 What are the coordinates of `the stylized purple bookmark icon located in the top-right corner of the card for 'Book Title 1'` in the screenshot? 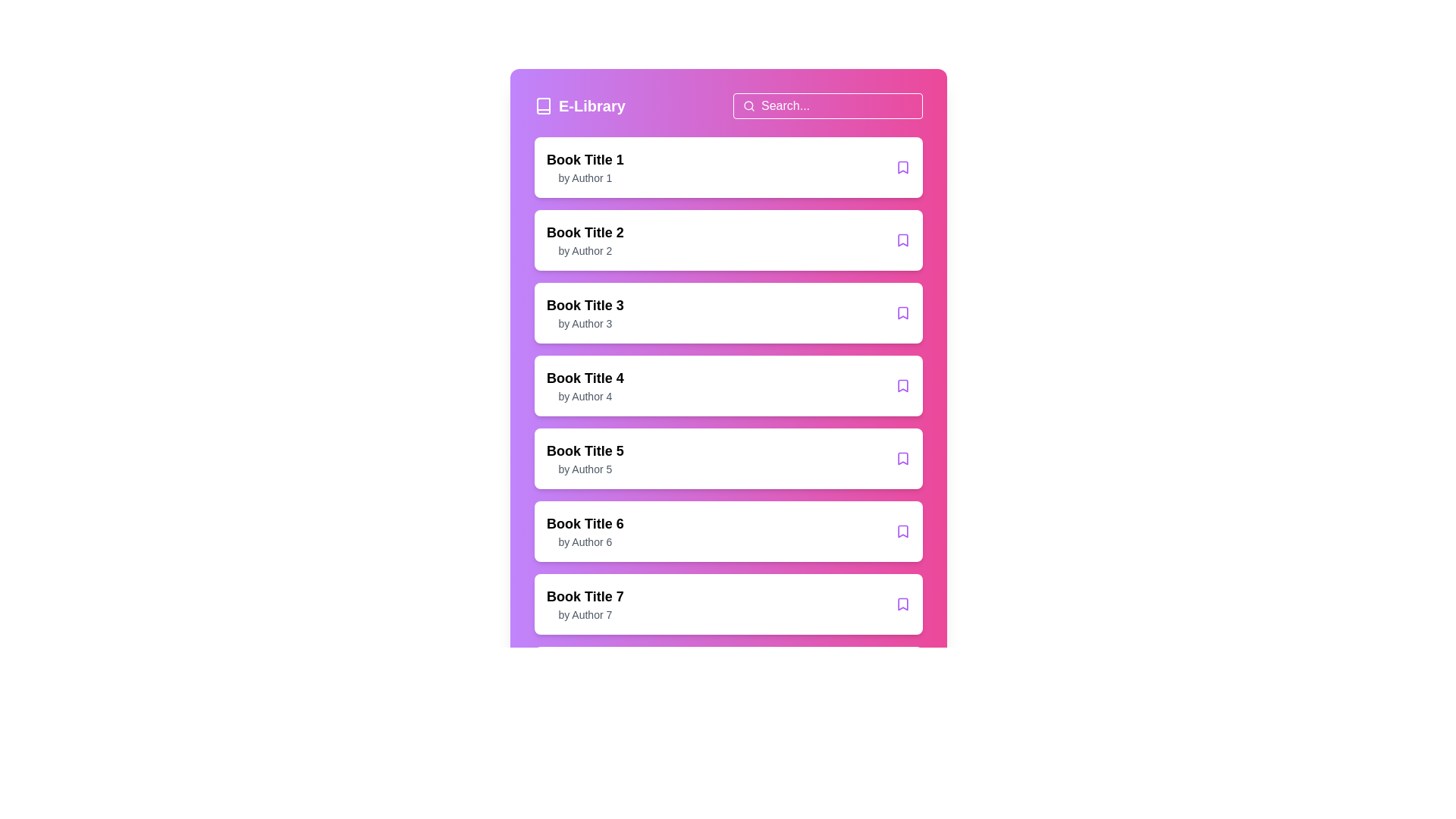 It's located at (902, 167).